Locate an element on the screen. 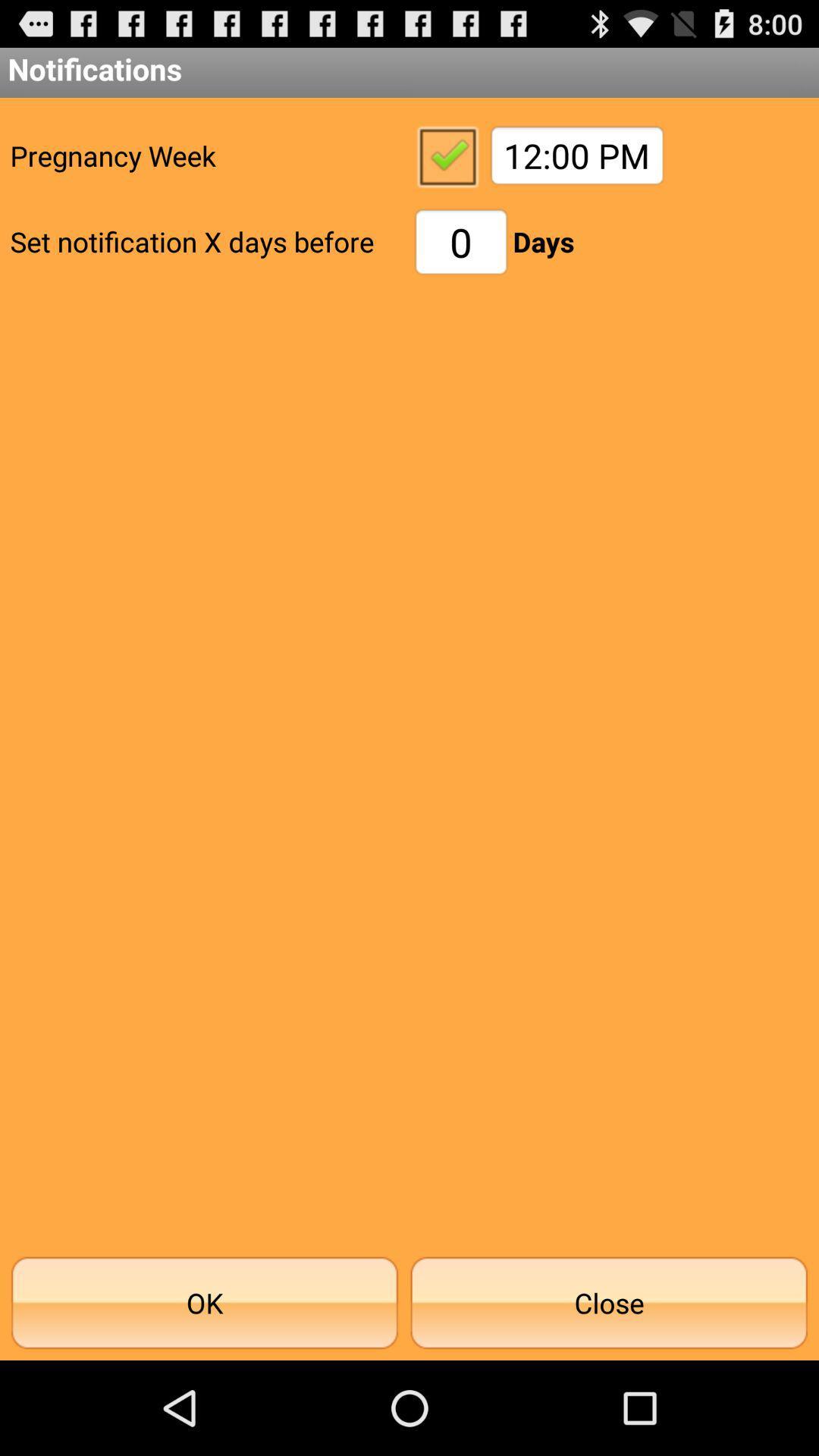  the icon next to set notification x icon is located at coordinates (460, 241).